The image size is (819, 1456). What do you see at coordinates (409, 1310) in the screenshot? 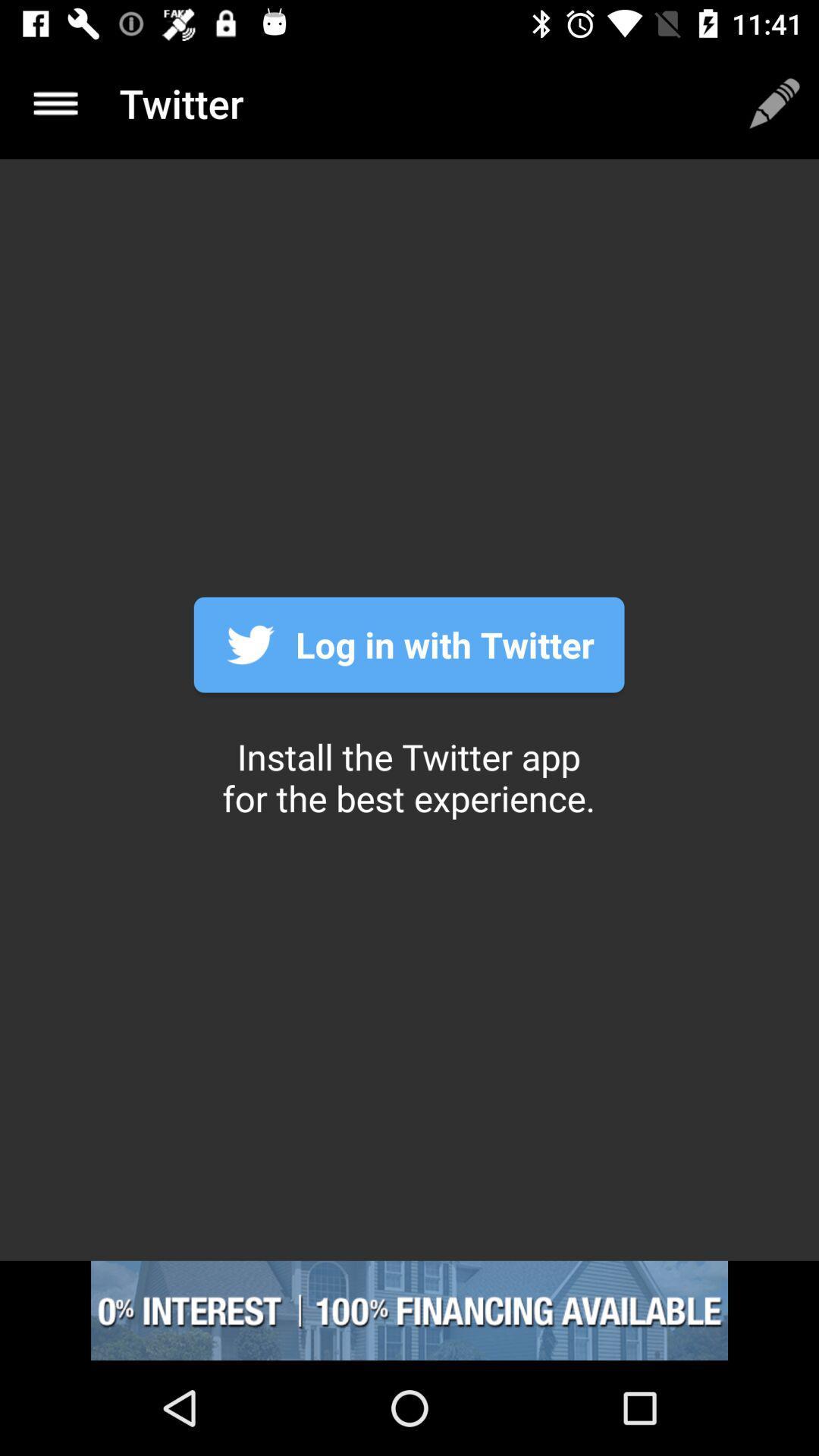
I see `button for finance advertisement` at bounding box center [409, 1310].